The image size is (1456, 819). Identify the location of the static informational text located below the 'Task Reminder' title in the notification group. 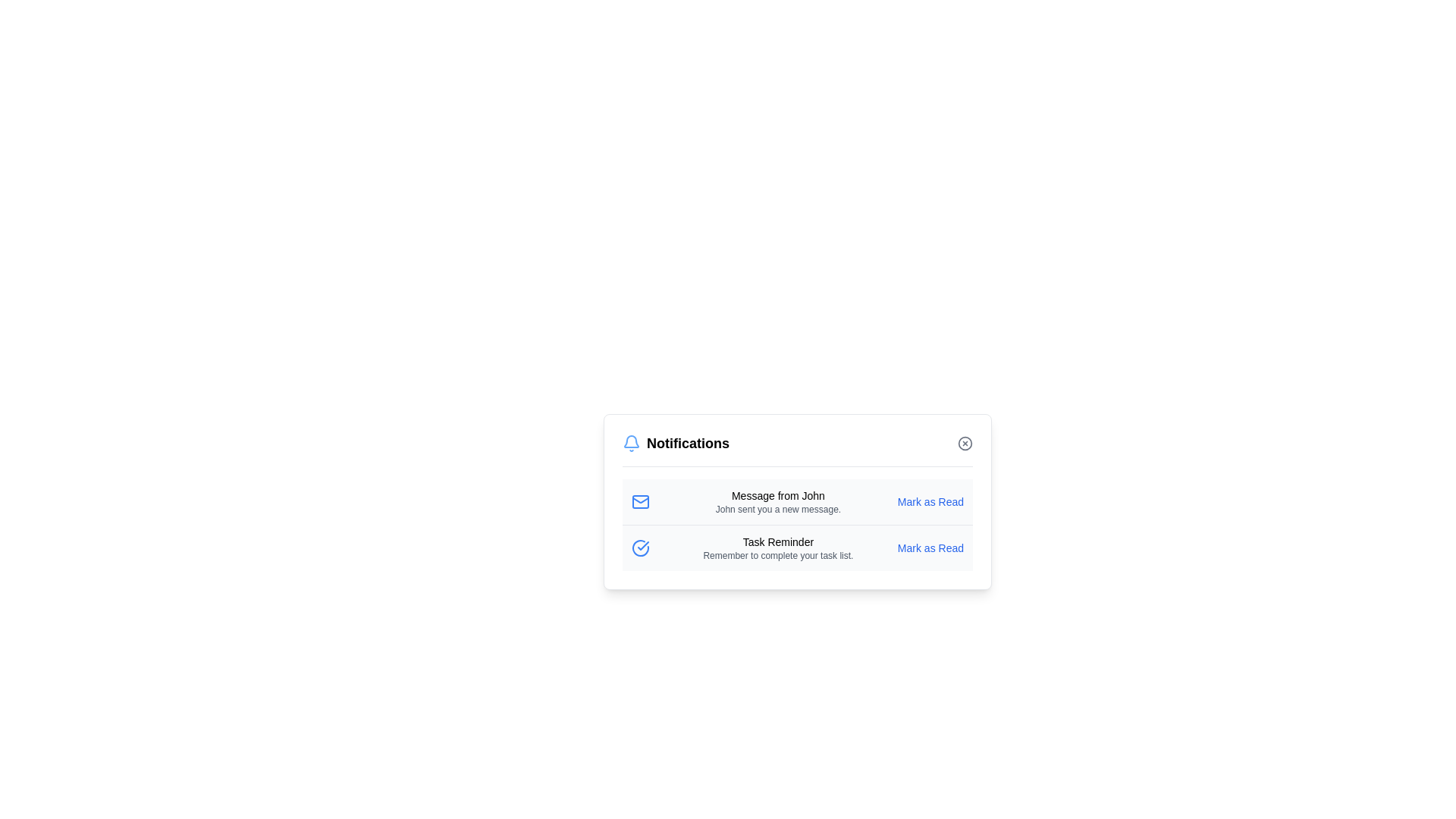
(778, 555).